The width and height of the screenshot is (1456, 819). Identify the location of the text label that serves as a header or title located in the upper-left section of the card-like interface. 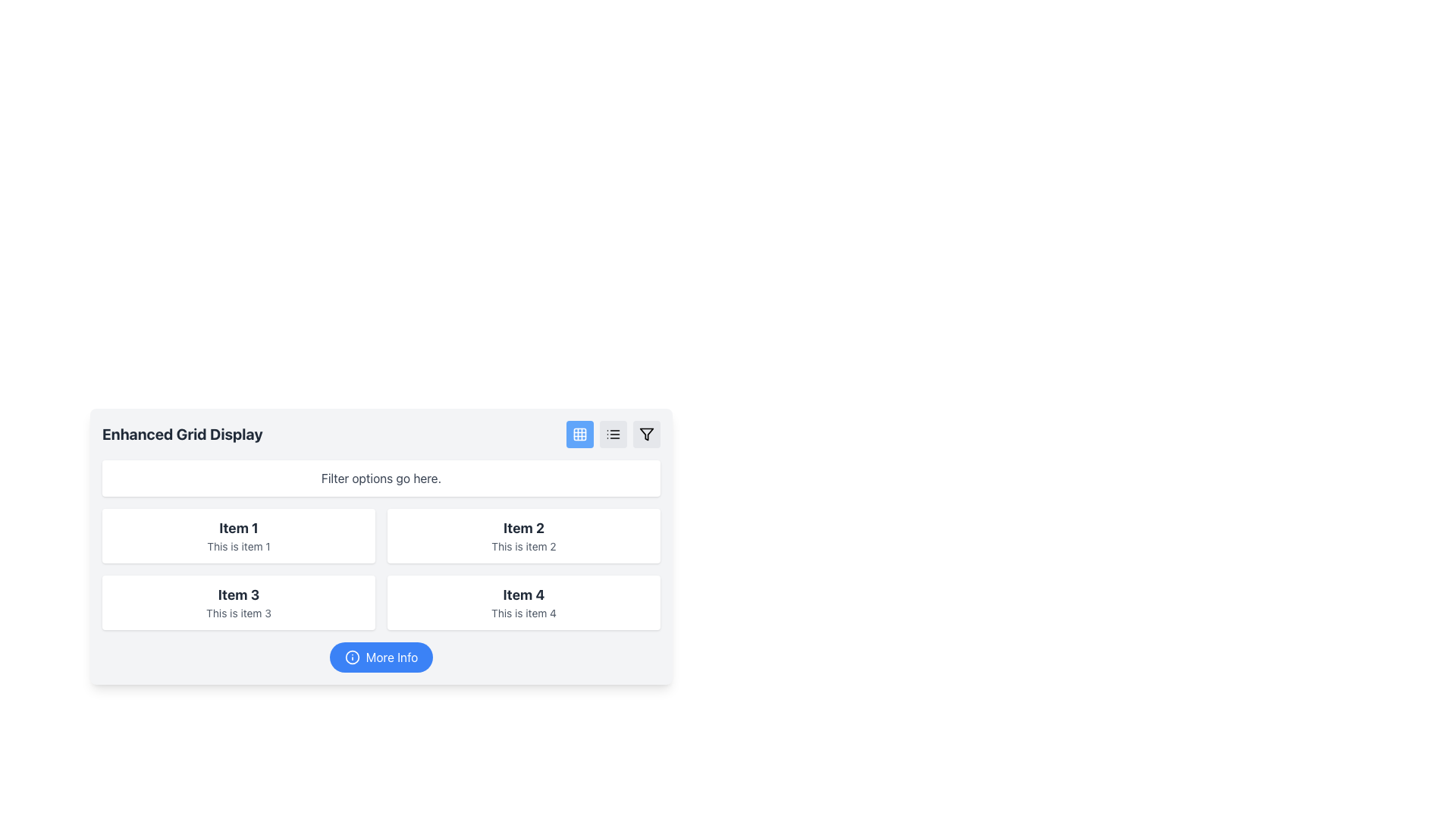
(182, 435).